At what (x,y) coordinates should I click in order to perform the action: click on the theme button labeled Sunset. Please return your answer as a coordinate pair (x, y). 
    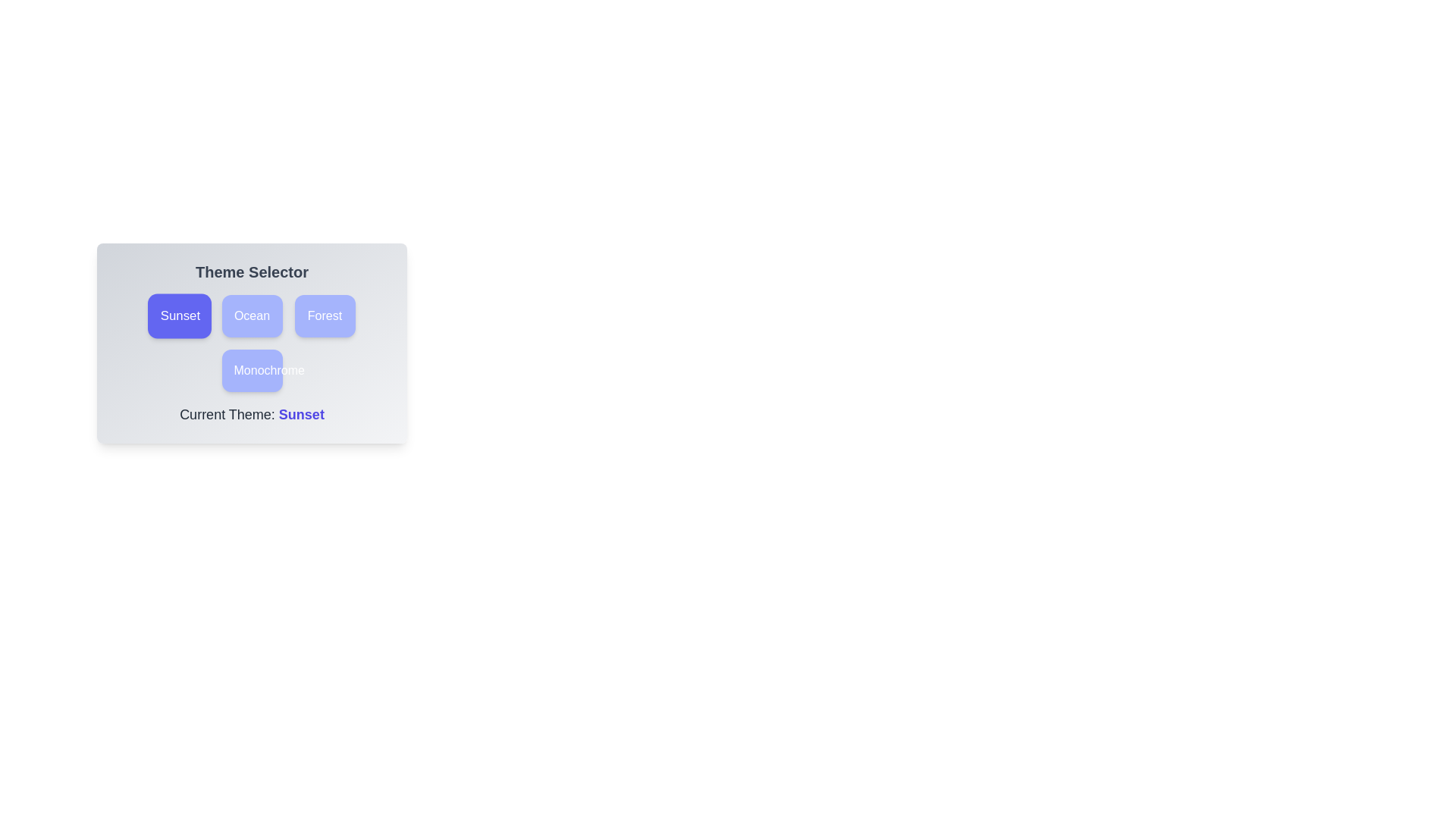
    Looking at the image, I should click on (179, 315).